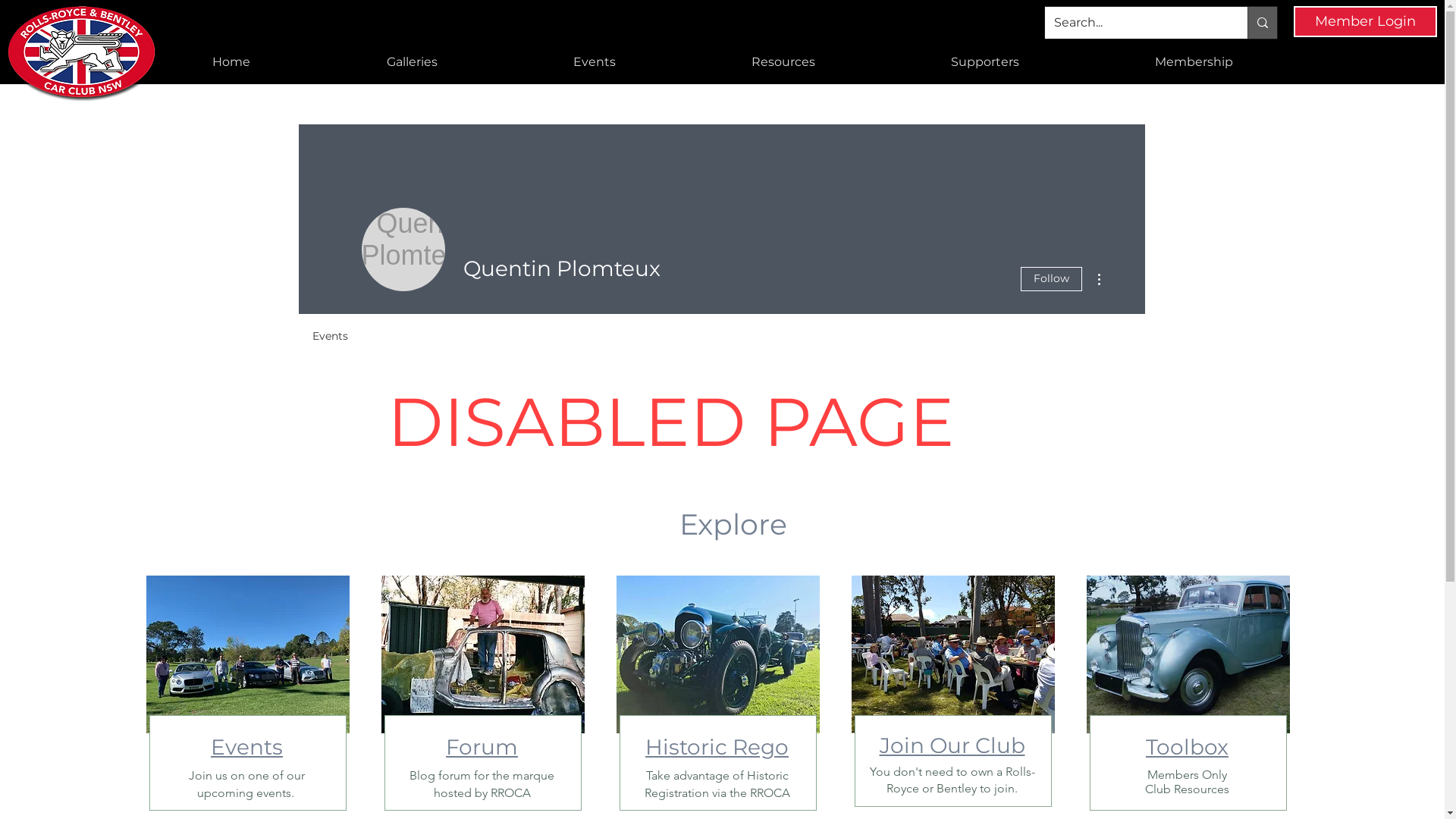 The width and height of the screenshot is (1456, 819). I want to click on 'Events', so click(246, 745).